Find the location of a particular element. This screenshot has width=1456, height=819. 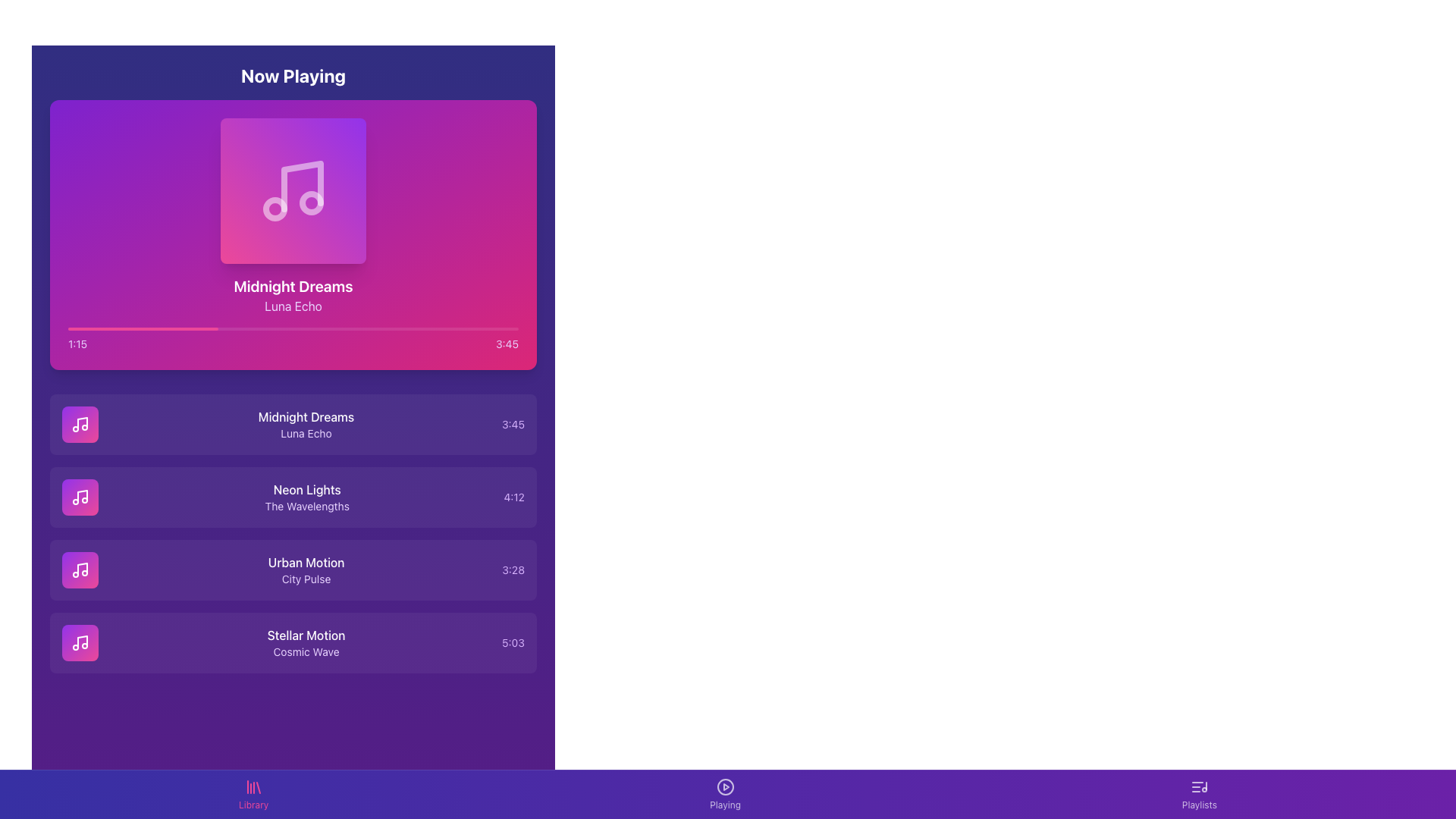

the rightmost component of the 'Library' icon in the bottom navigation bar, which is part of the visual representation for accessing the library section is located at coordinates (258, 786).